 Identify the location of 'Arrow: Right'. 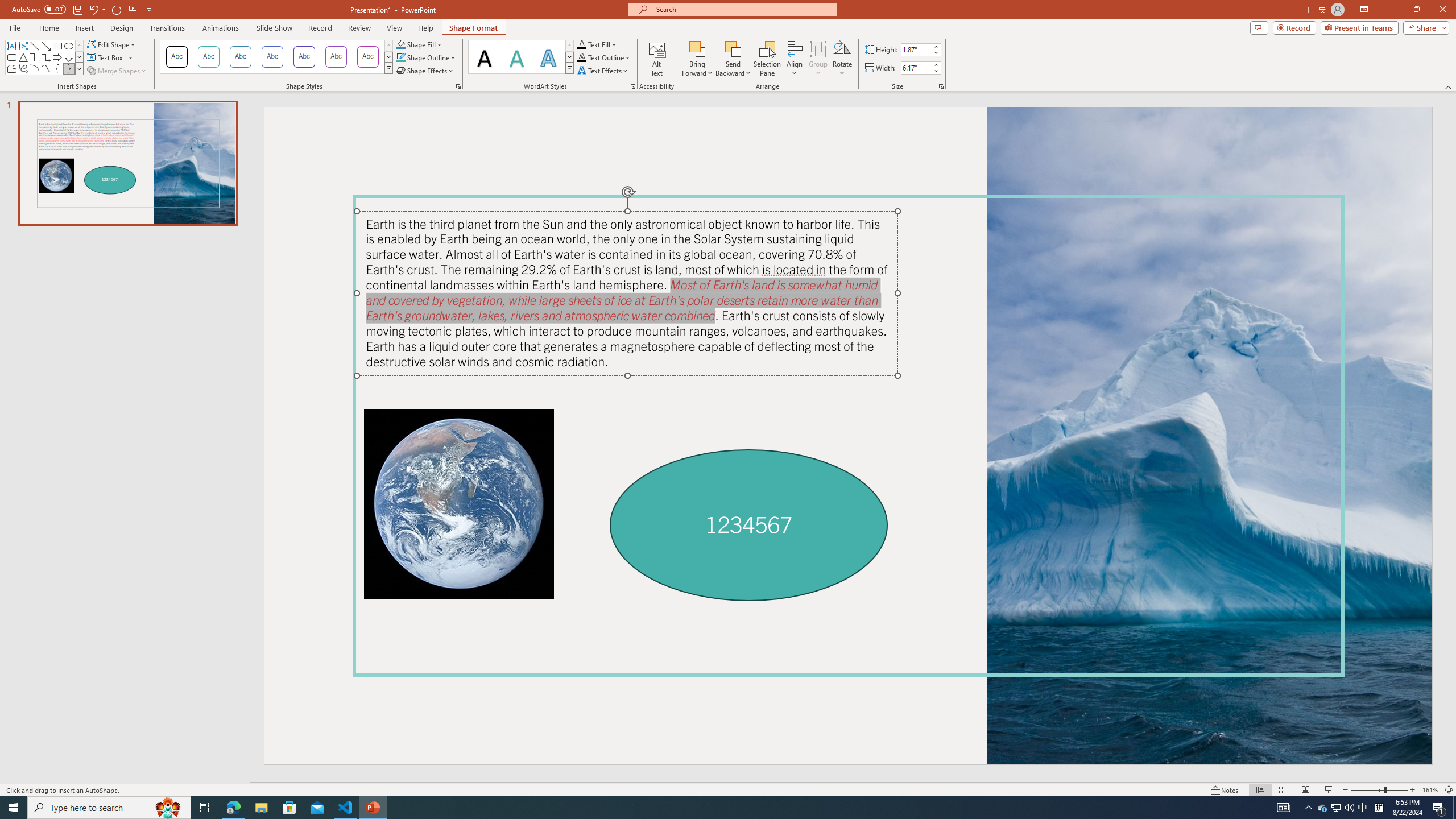
(57, 56).